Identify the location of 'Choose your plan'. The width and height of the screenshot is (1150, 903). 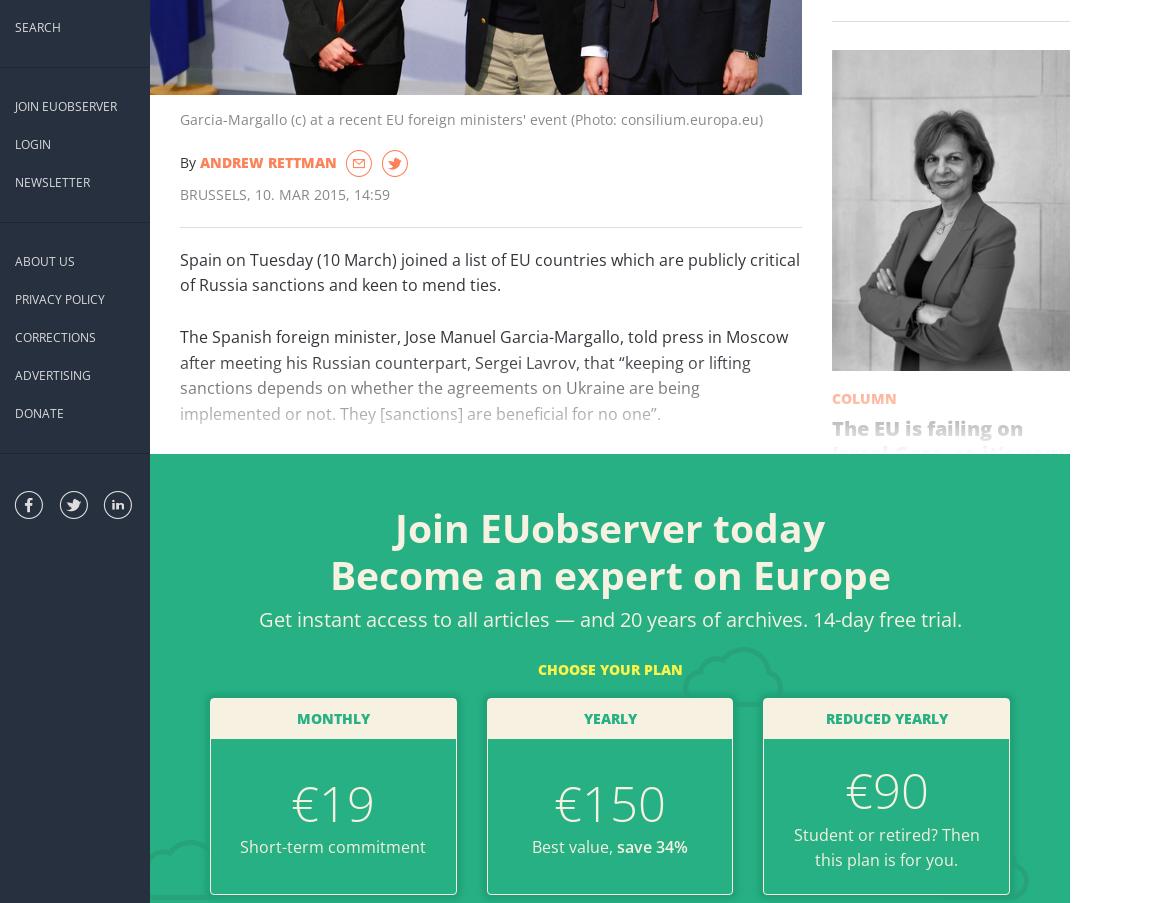
(537, 667).